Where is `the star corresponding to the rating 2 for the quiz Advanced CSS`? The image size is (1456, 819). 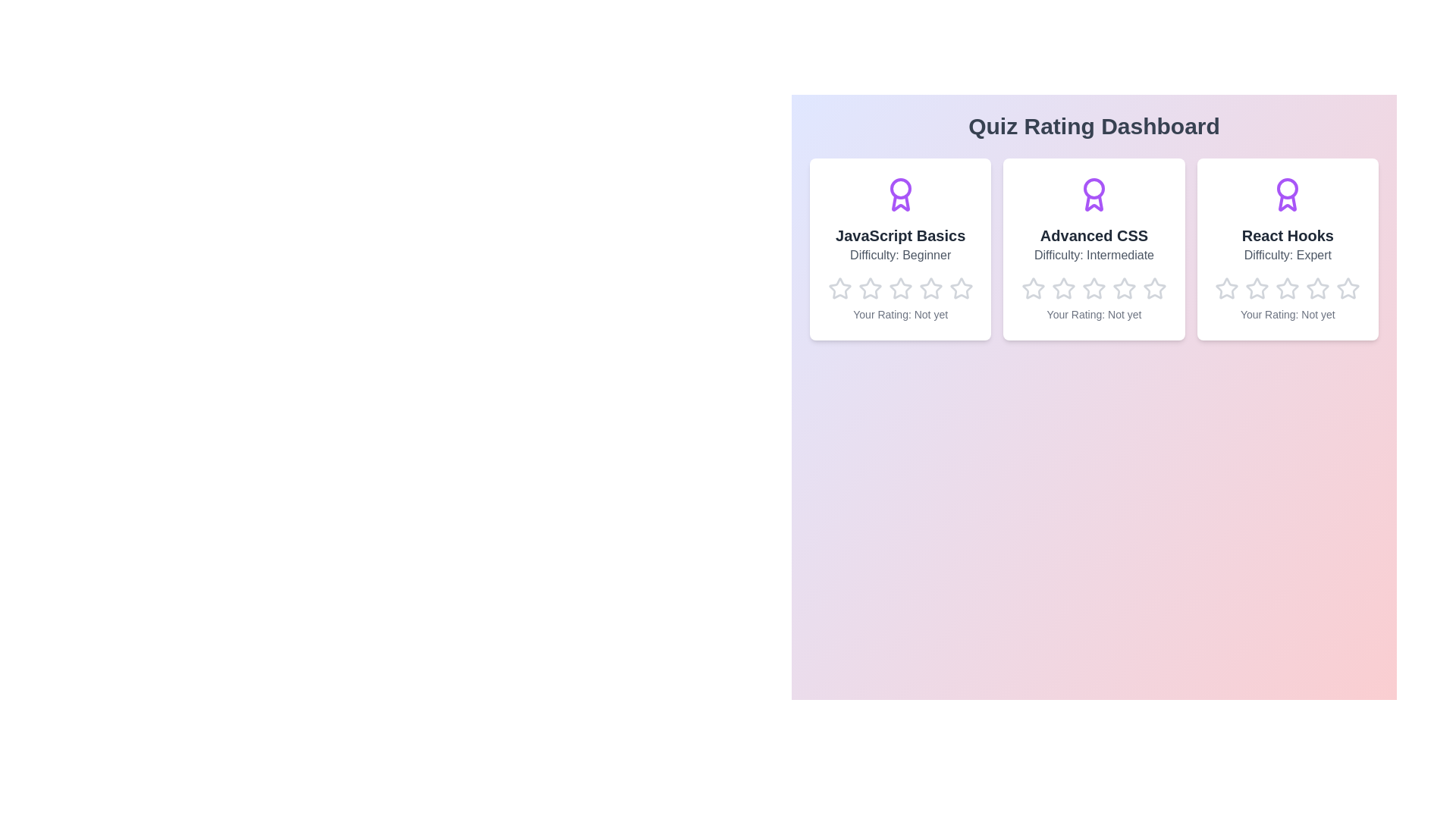 the star corresponding to the rating 2 for the quiz Advanced CSS is located at coordinates (1051, 277).